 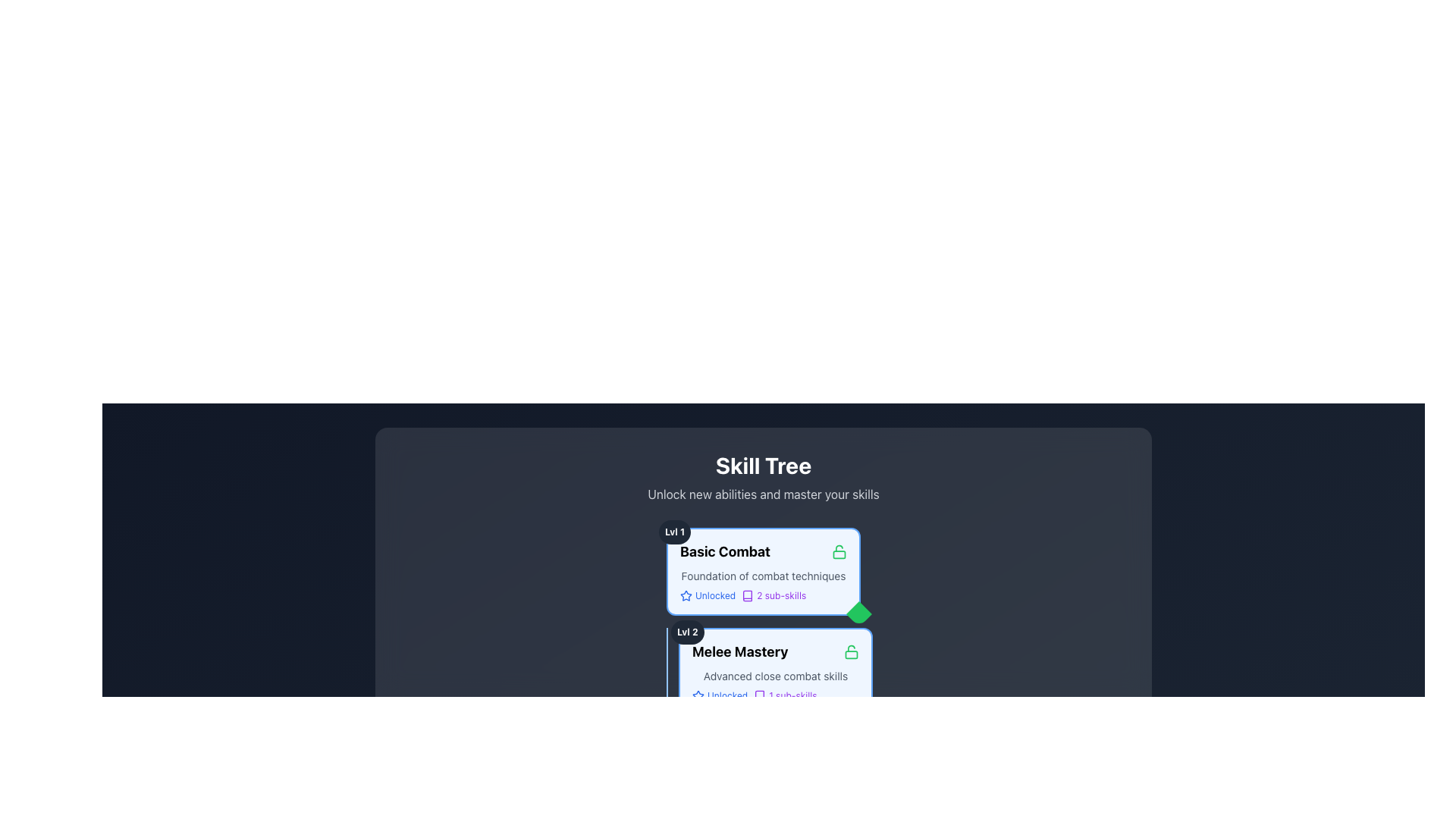 What do you see at coordinates (852, 654) in the screenshot?
I see `the decorative shape within the lock icon, which is part of the skill tree UI near 'Basic Combat' and 'Melee Mastery'` at bounding box center [852, 654].